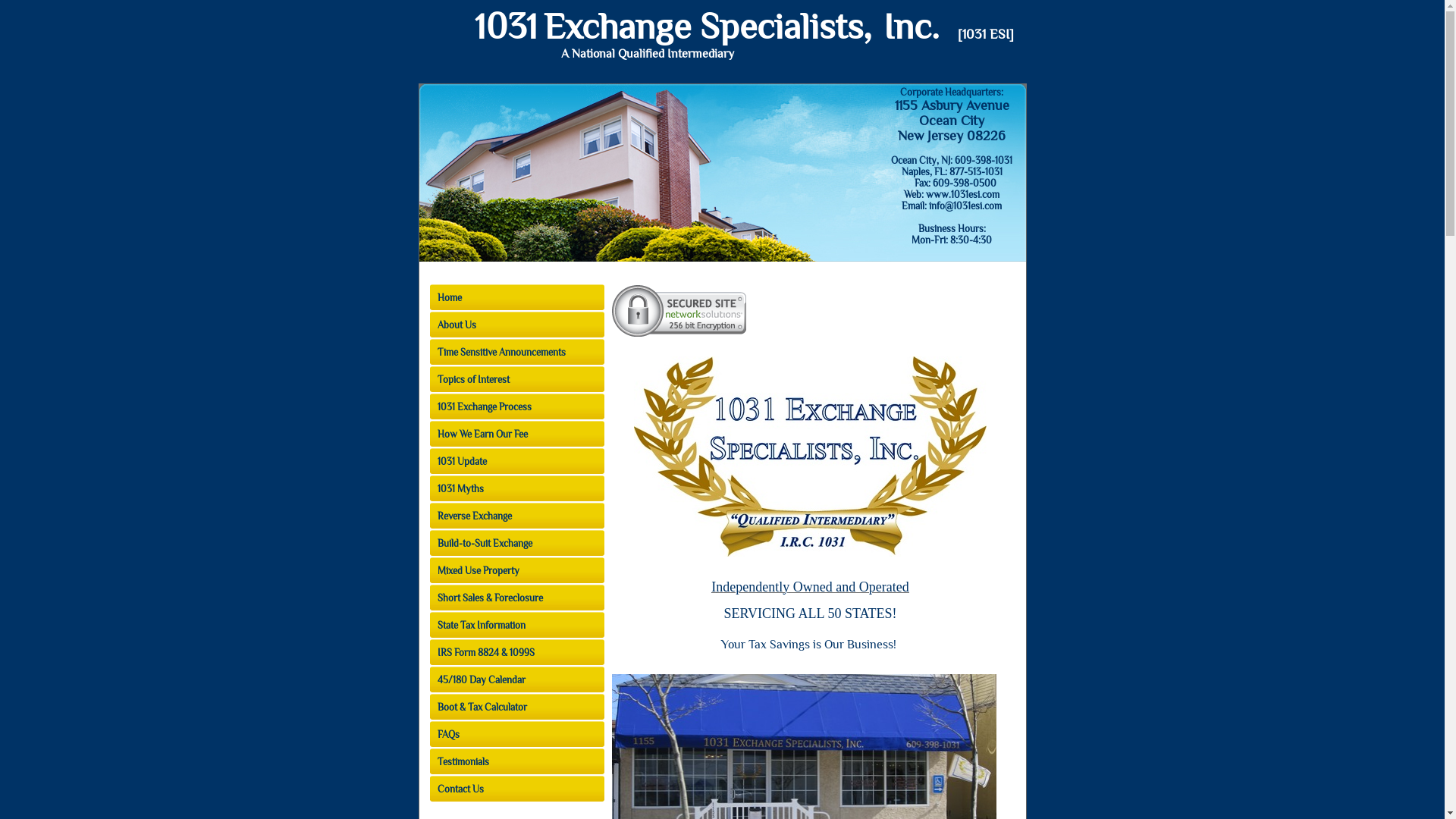 This screenshot has width=1456, height=819. I want to click on 'Reverse Exchange', so click(516, 515).